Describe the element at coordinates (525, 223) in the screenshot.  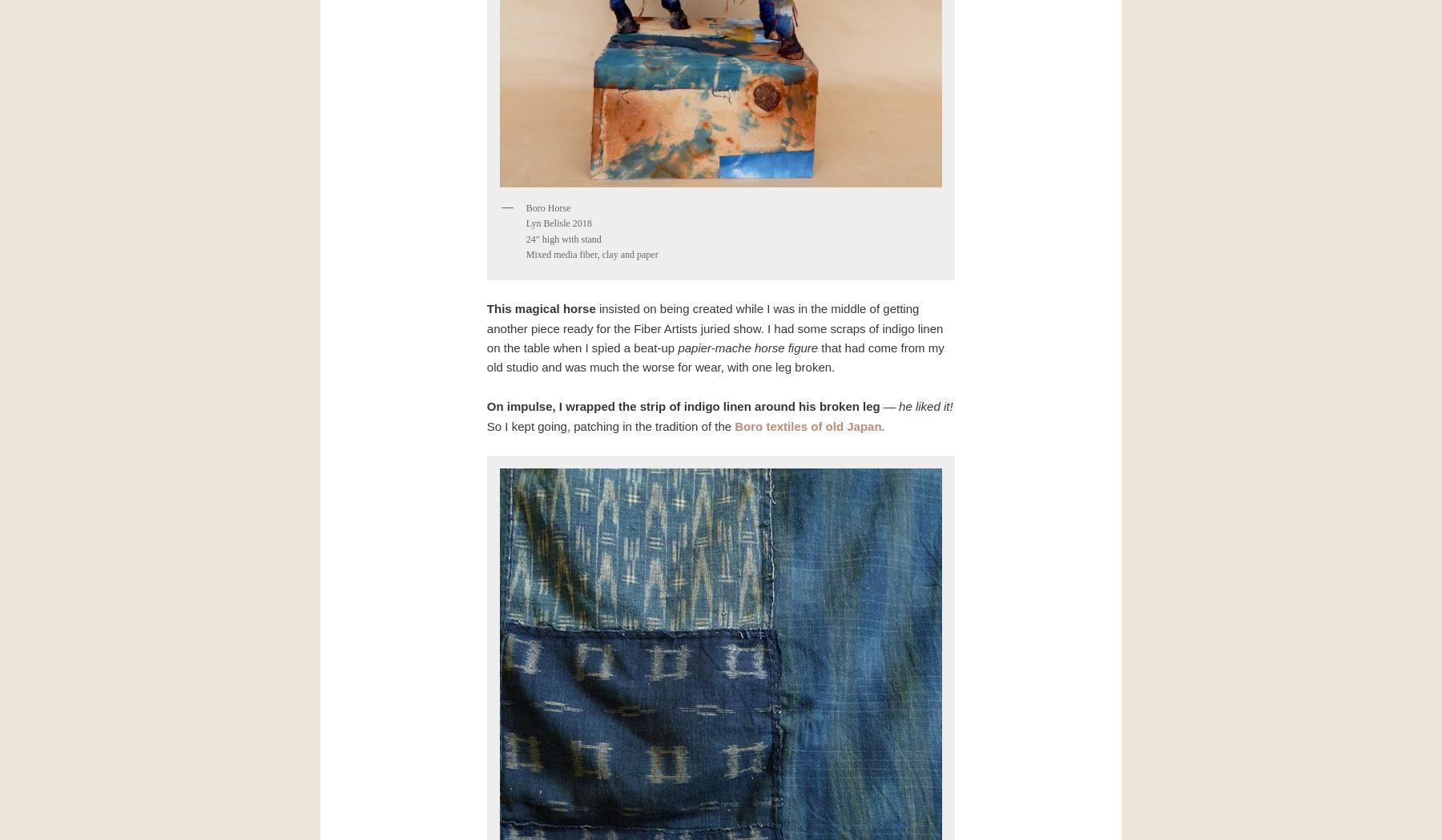
I see `'Lyn Belisle 2018'` at that location.